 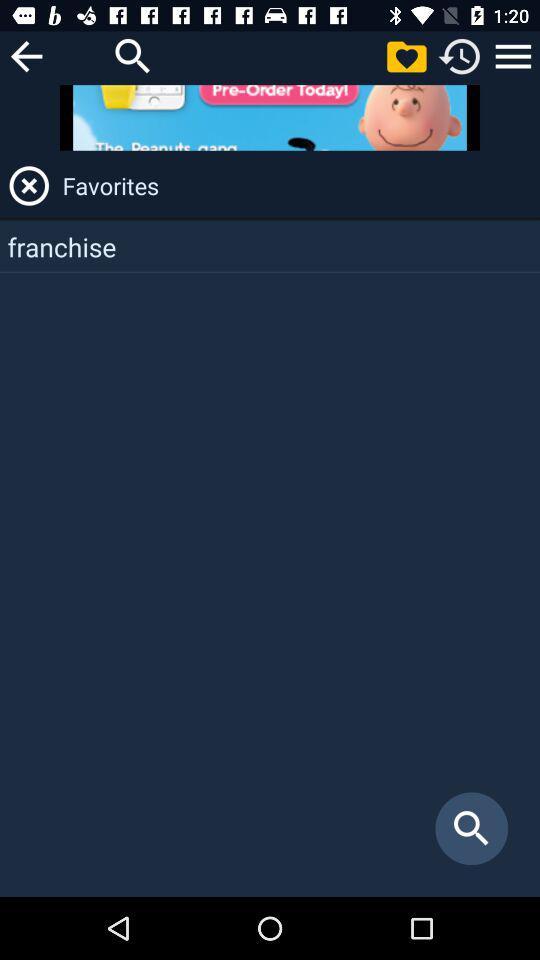 What do you see at coordinates (28, 185) in the screenshot?
I see `the window` at bounding box center [28, 185].